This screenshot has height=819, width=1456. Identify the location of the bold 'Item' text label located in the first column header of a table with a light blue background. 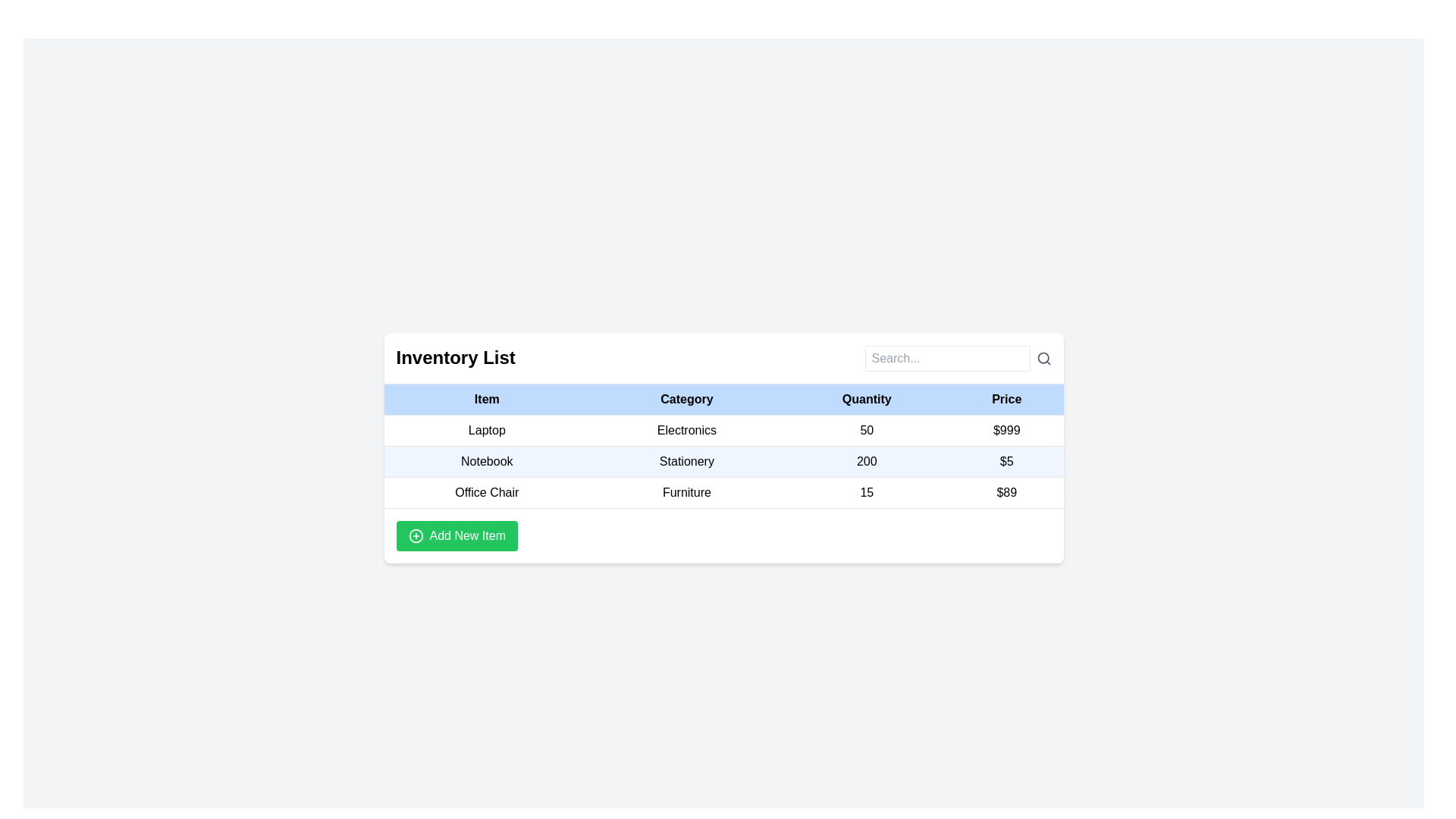
(487, 398).